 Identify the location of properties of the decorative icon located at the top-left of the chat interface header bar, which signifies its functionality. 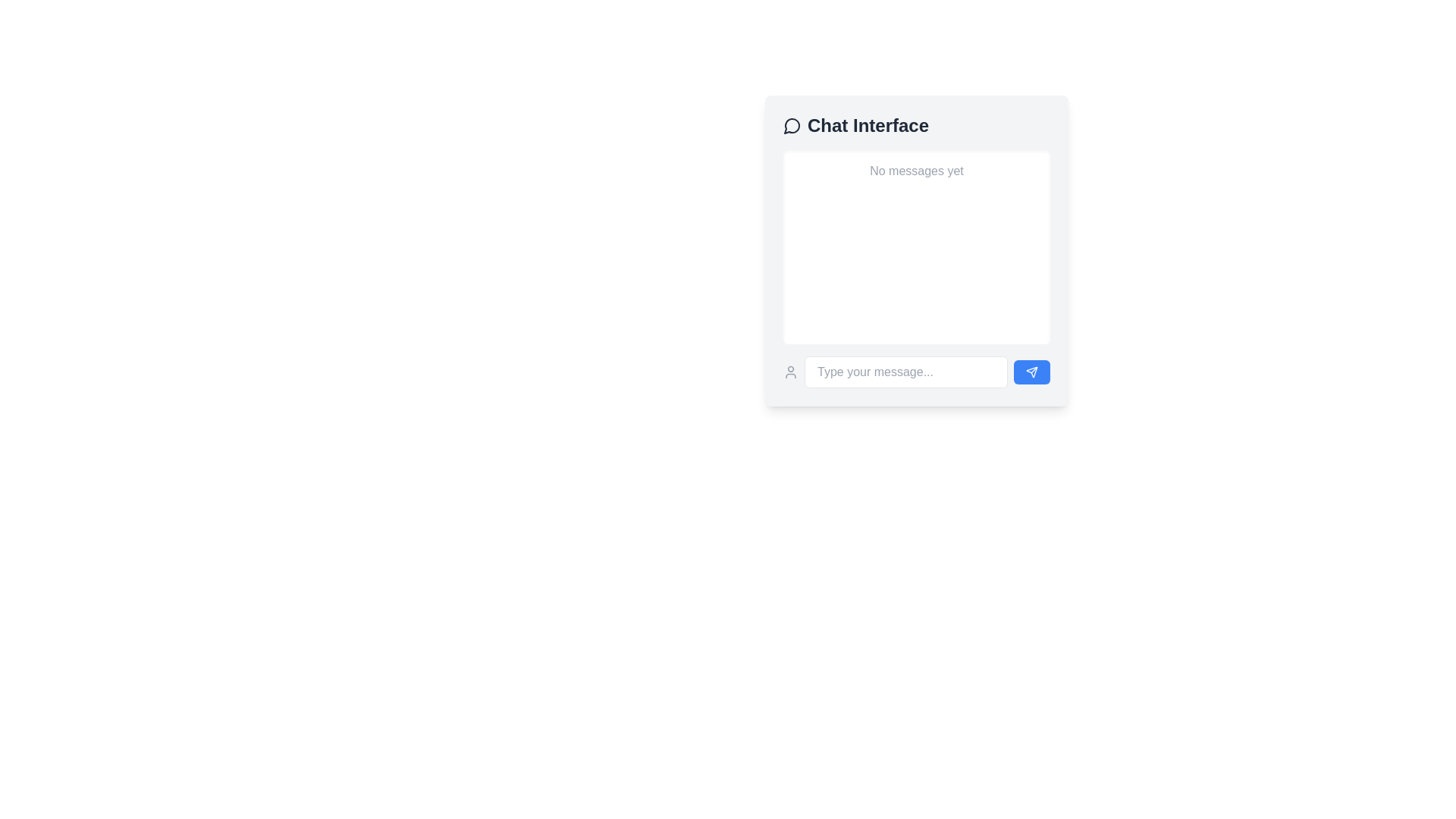
(791, 125).